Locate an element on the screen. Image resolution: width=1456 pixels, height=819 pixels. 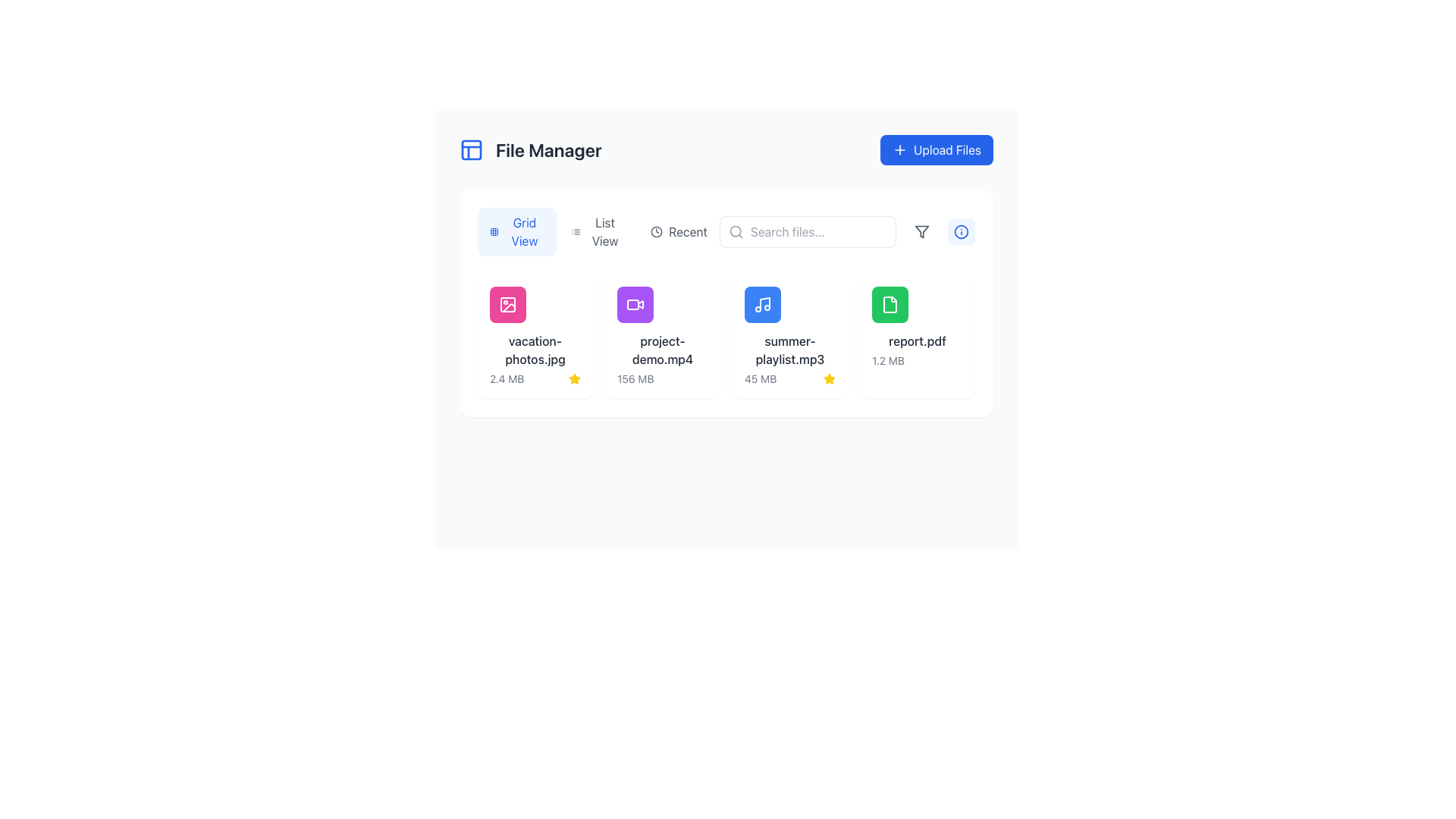
the text label displaying the filename 'project-demo.mp4' which is located below the purple video icon in the second tile of the grid layout is located at coordinates (662, 350).